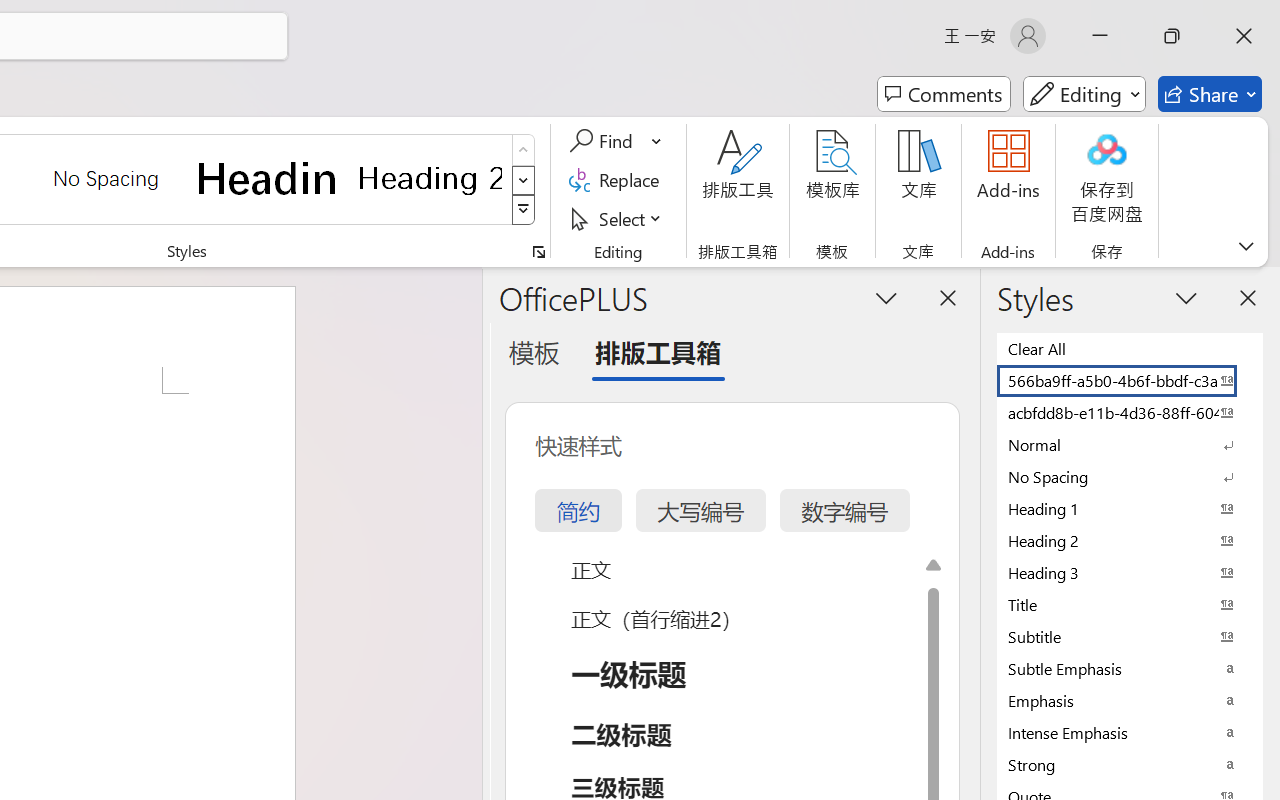 This screenshot has height=800, width=1280. What do you see at coordinates (1130, 668) in the screenshot?
I see `'Subtle Emphasis'` at bounding box center [1130, 668].